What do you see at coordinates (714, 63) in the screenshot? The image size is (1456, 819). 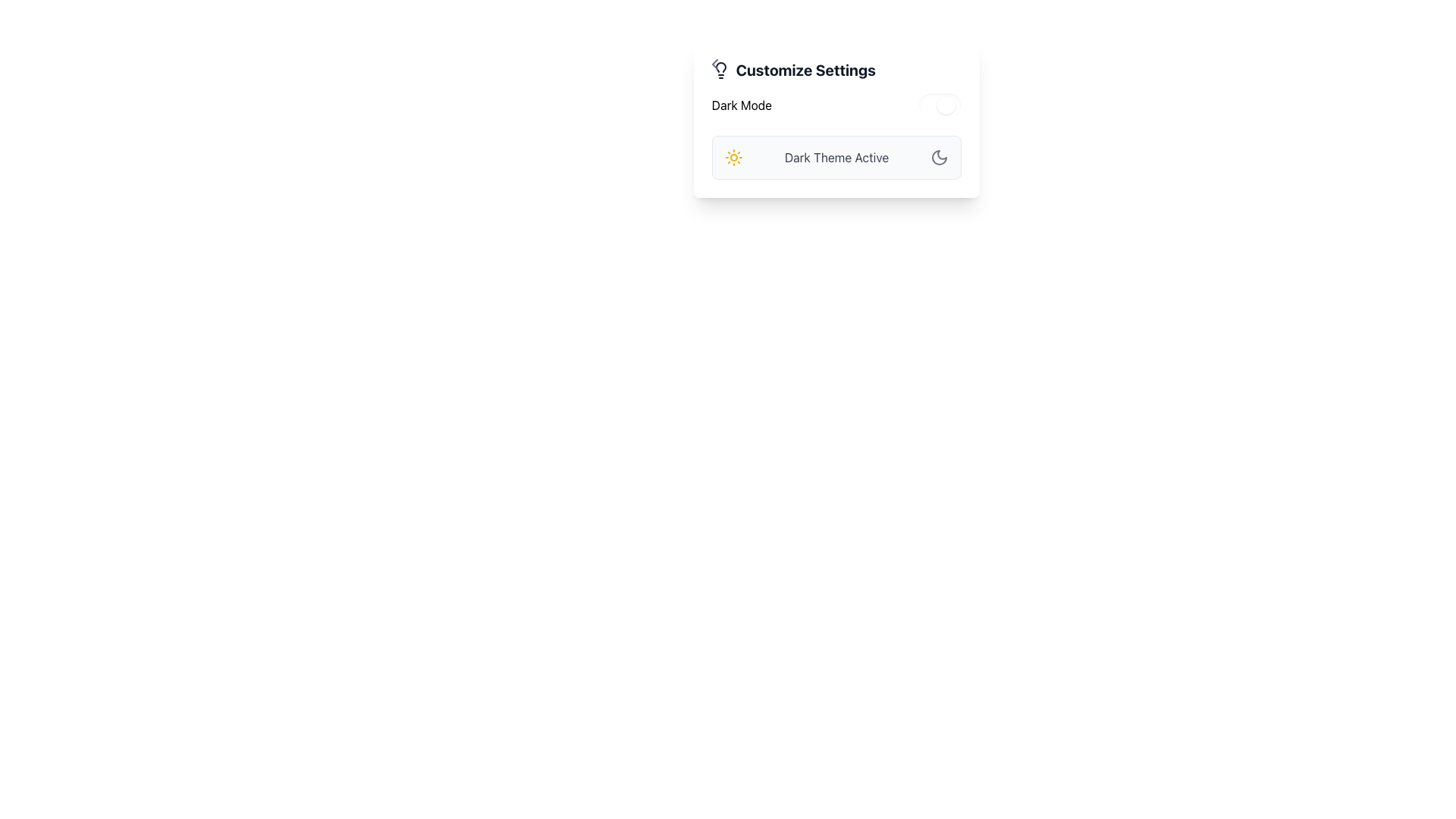 I see `the chevron left icon inside the 'Customize Settings' interface` at bounding box center [714, 63].